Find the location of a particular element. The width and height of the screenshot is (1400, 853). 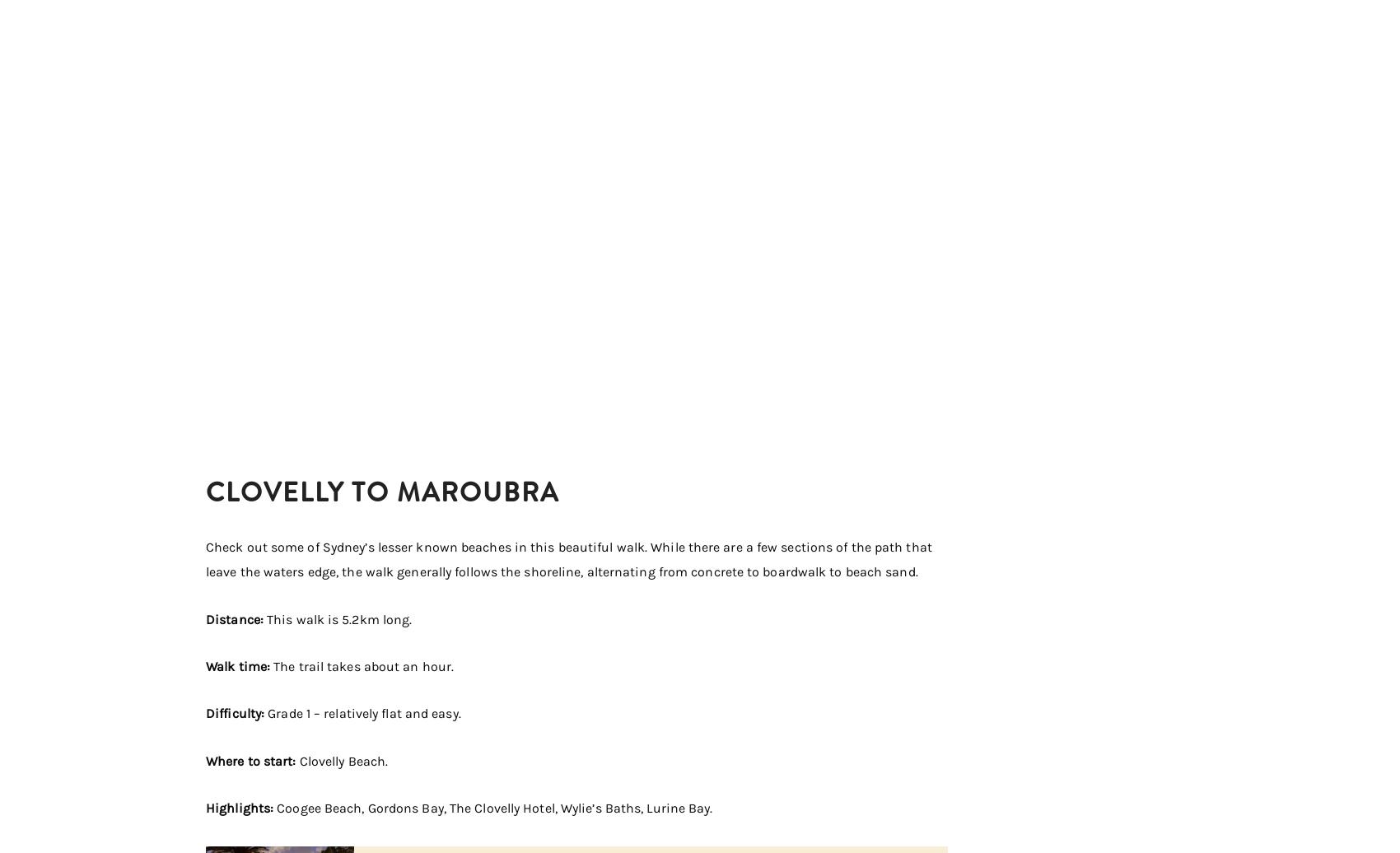

'Clovelly to Maroubra' is located at coordinates (382, 492).